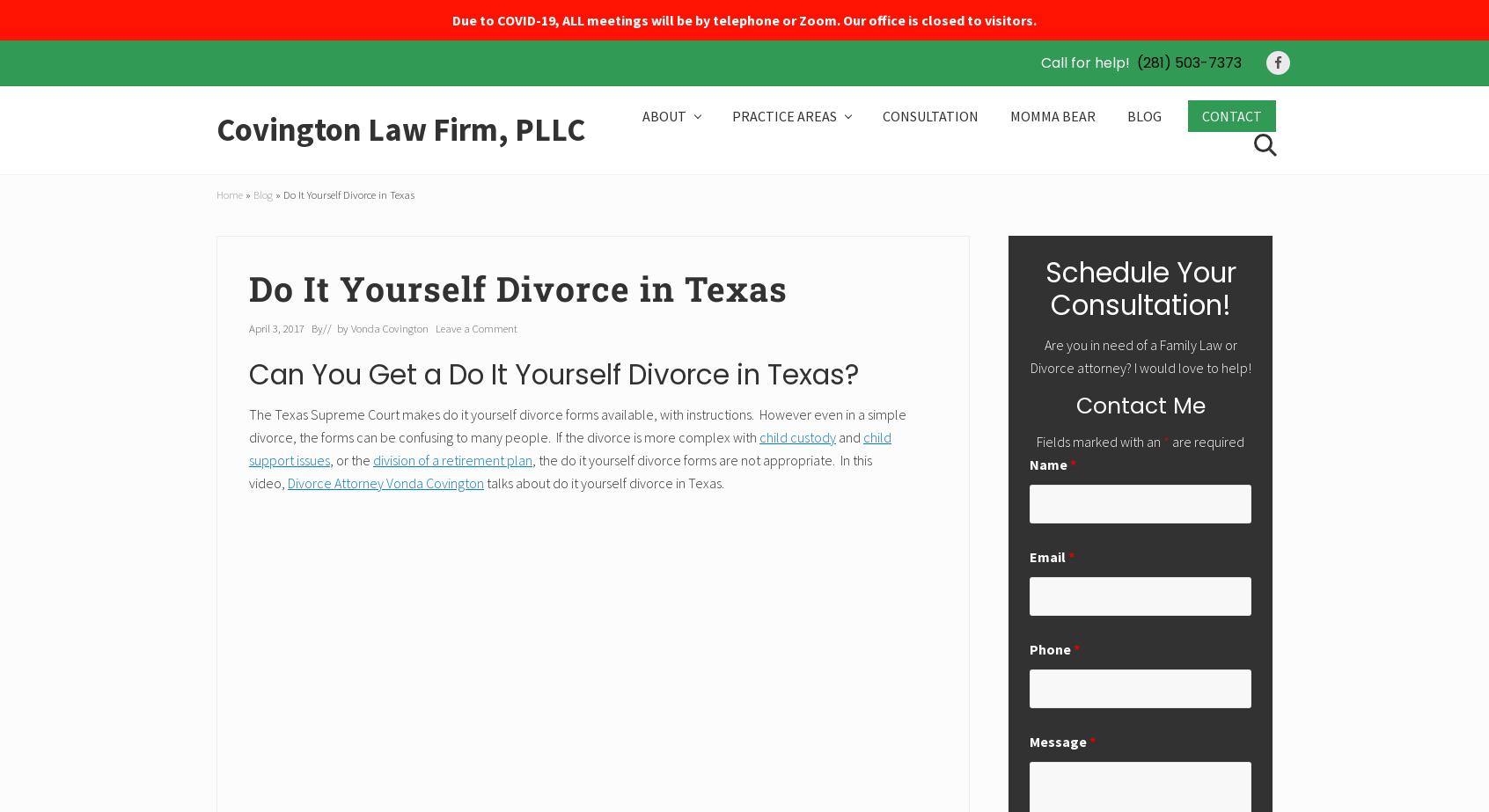 This screenshot has height=812, width=1489. I want to click on 'Fields marked with an', so click(1035, 440).